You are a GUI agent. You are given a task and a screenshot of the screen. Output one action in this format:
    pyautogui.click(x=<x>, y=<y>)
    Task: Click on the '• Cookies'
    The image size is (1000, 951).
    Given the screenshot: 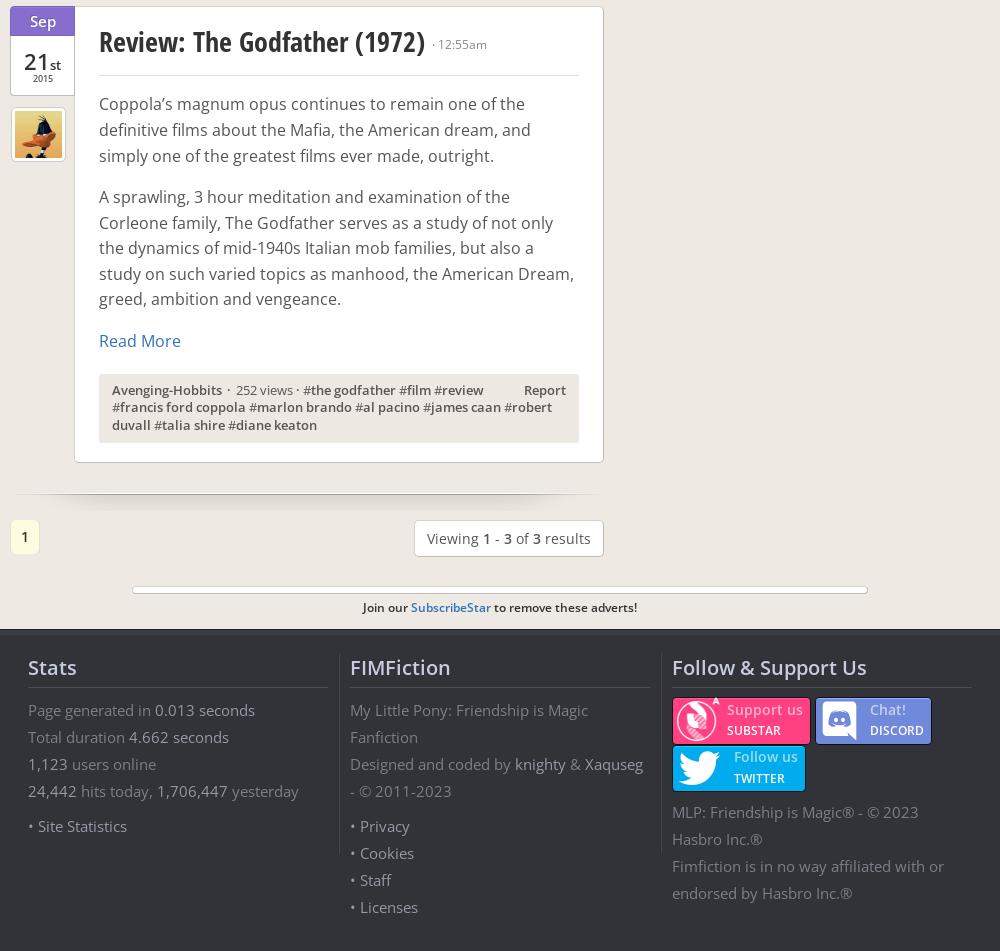 What is the action you would take?
    pyautogui.click(x=382, y=851)
    